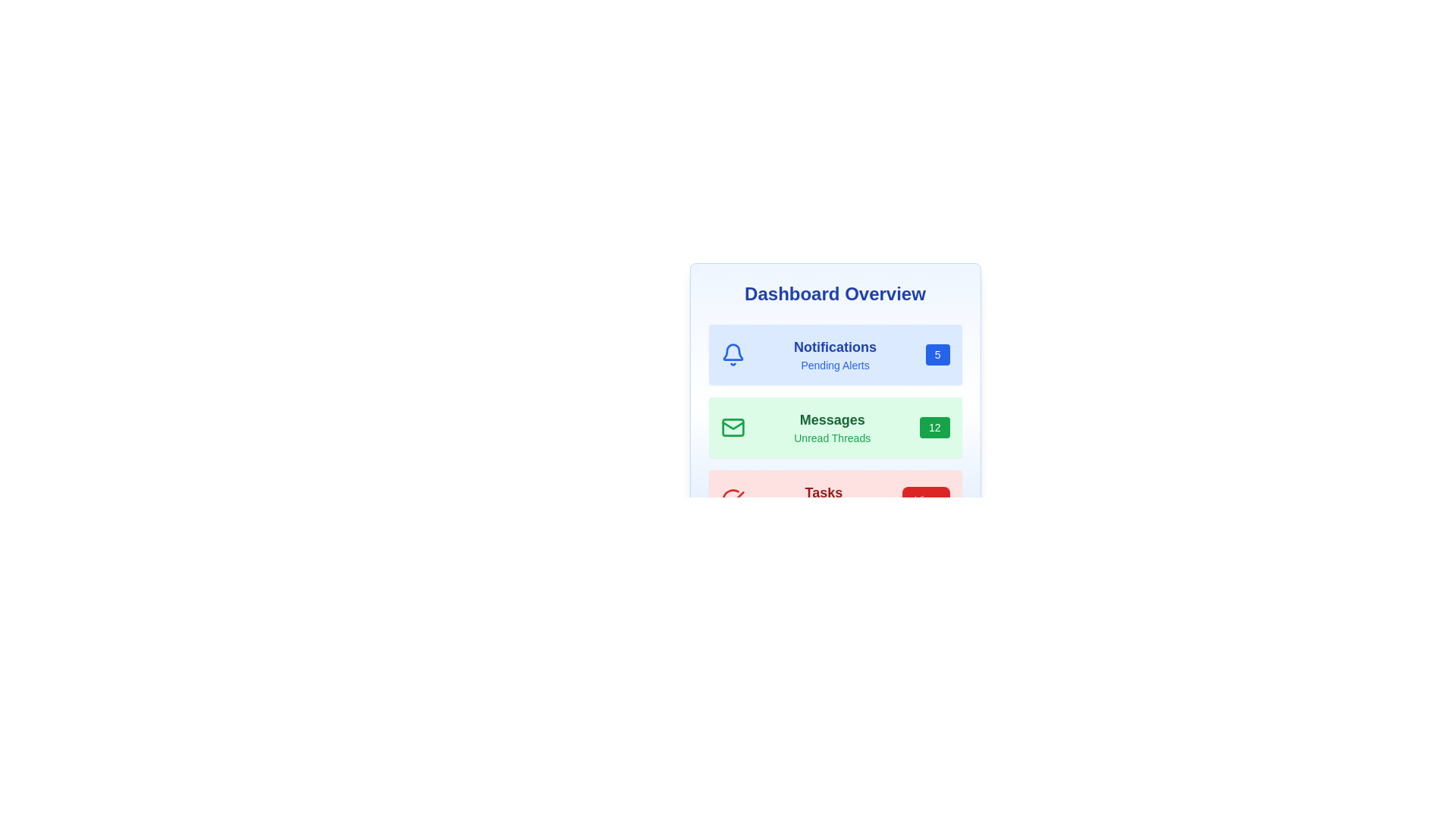  I want to click on the green envelope icon located at the top-left corner of the 'Messages' section, adjacent to the 'Unread Threads' text and the numerical indicator '12', so click(733, 427).